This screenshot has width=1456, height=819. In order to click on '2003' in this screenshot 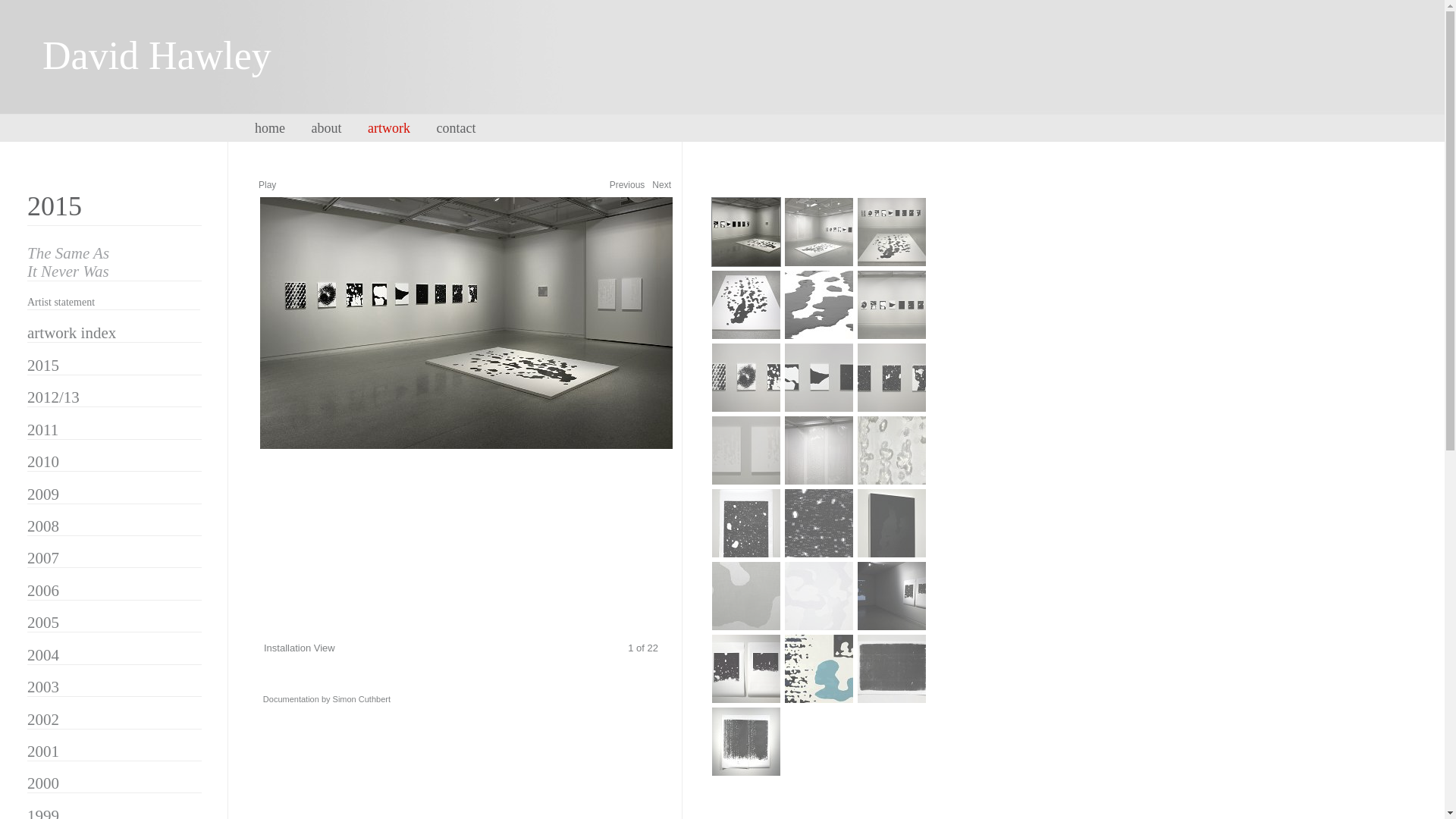, I will do `click(43, 687)`.